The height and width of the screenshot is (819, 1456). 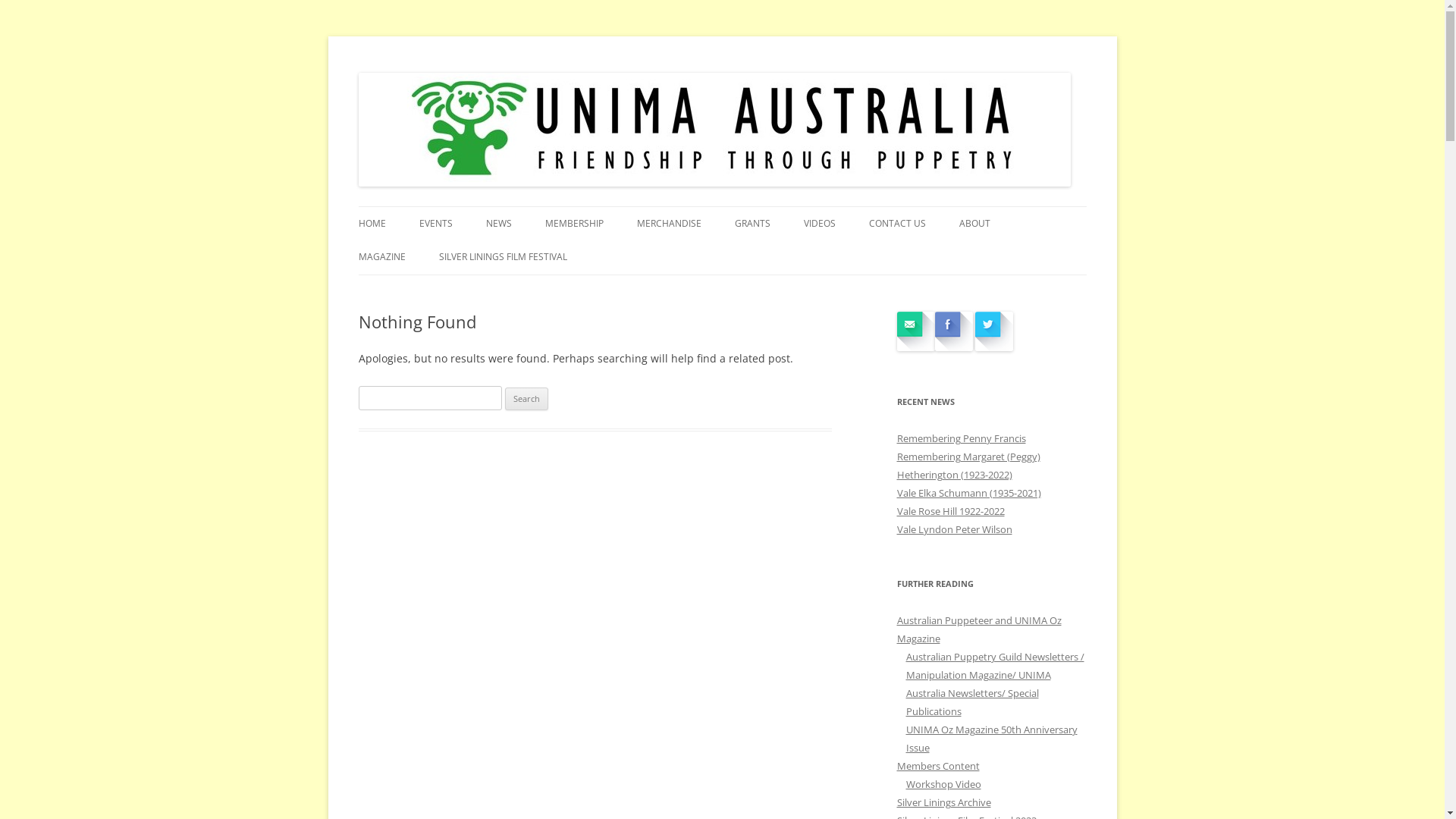 I want to click on 'Vale Elka Schumann (1935-2021)', so click(x=967, y=493).